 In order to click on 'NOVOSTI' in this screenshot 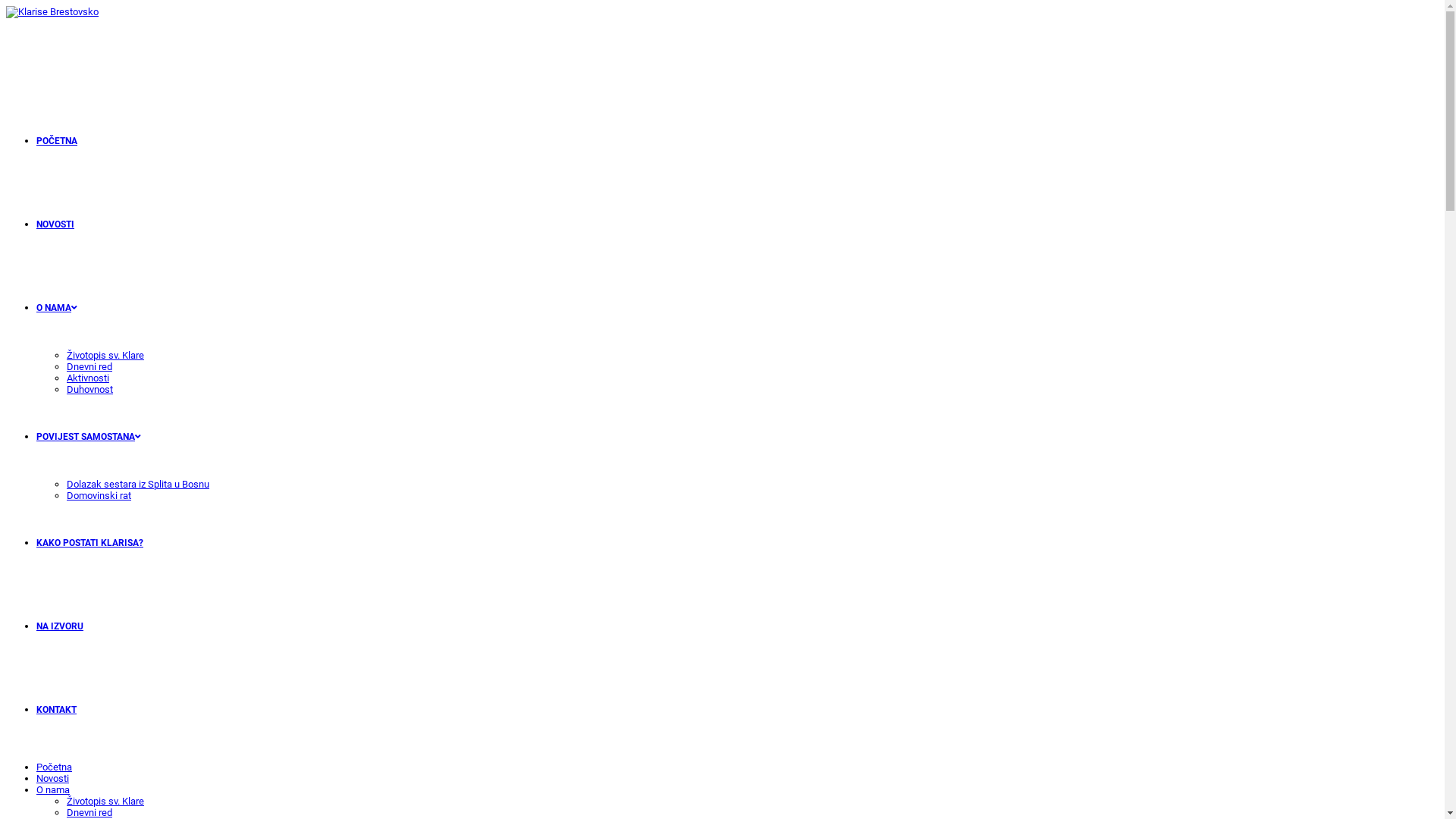, I will do `click(36, 224)`.